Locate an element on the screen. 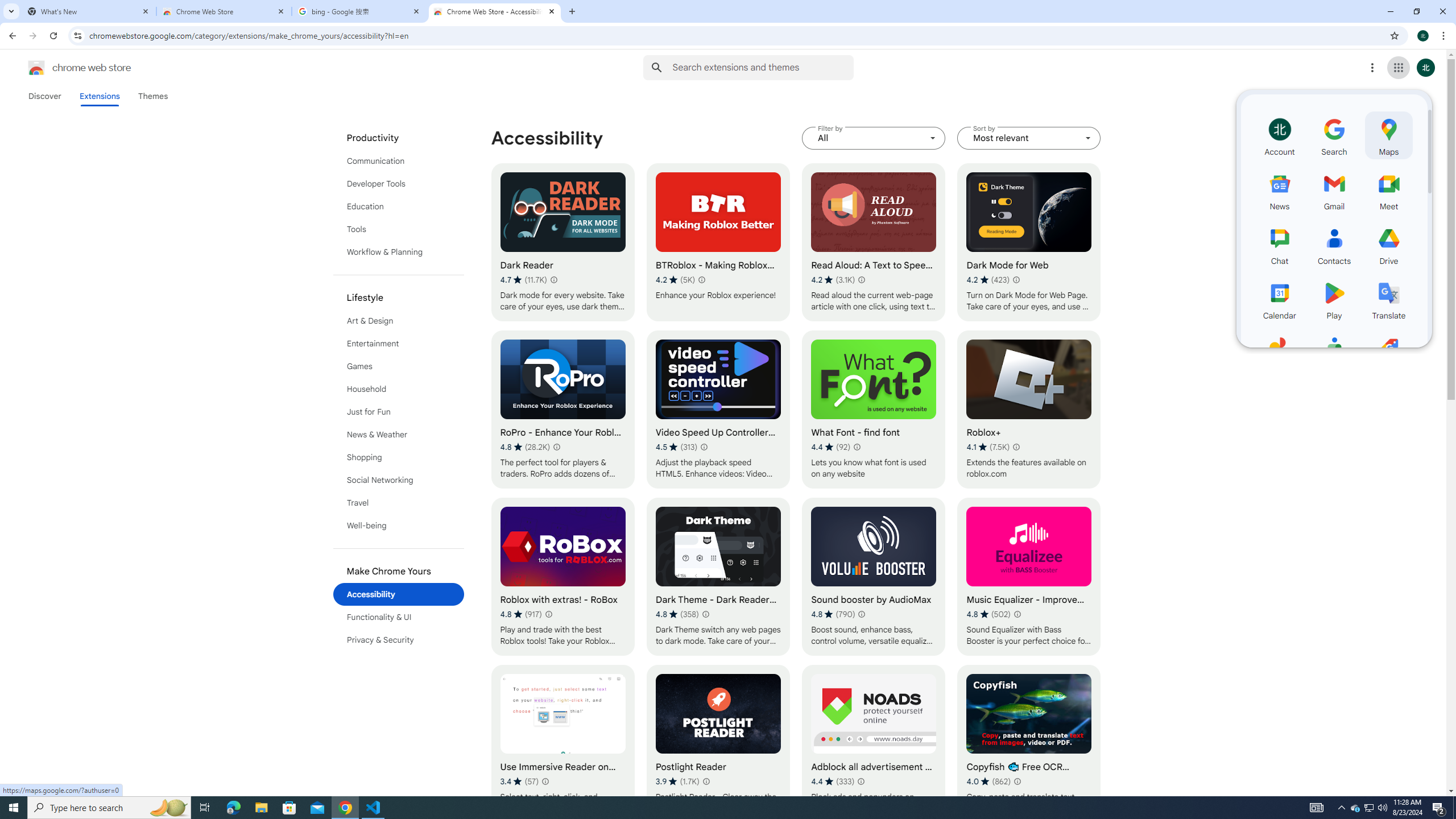 The width and height of the screenshot is (1456, 819). 'Minimize' is located at coordinates (1389, 11).